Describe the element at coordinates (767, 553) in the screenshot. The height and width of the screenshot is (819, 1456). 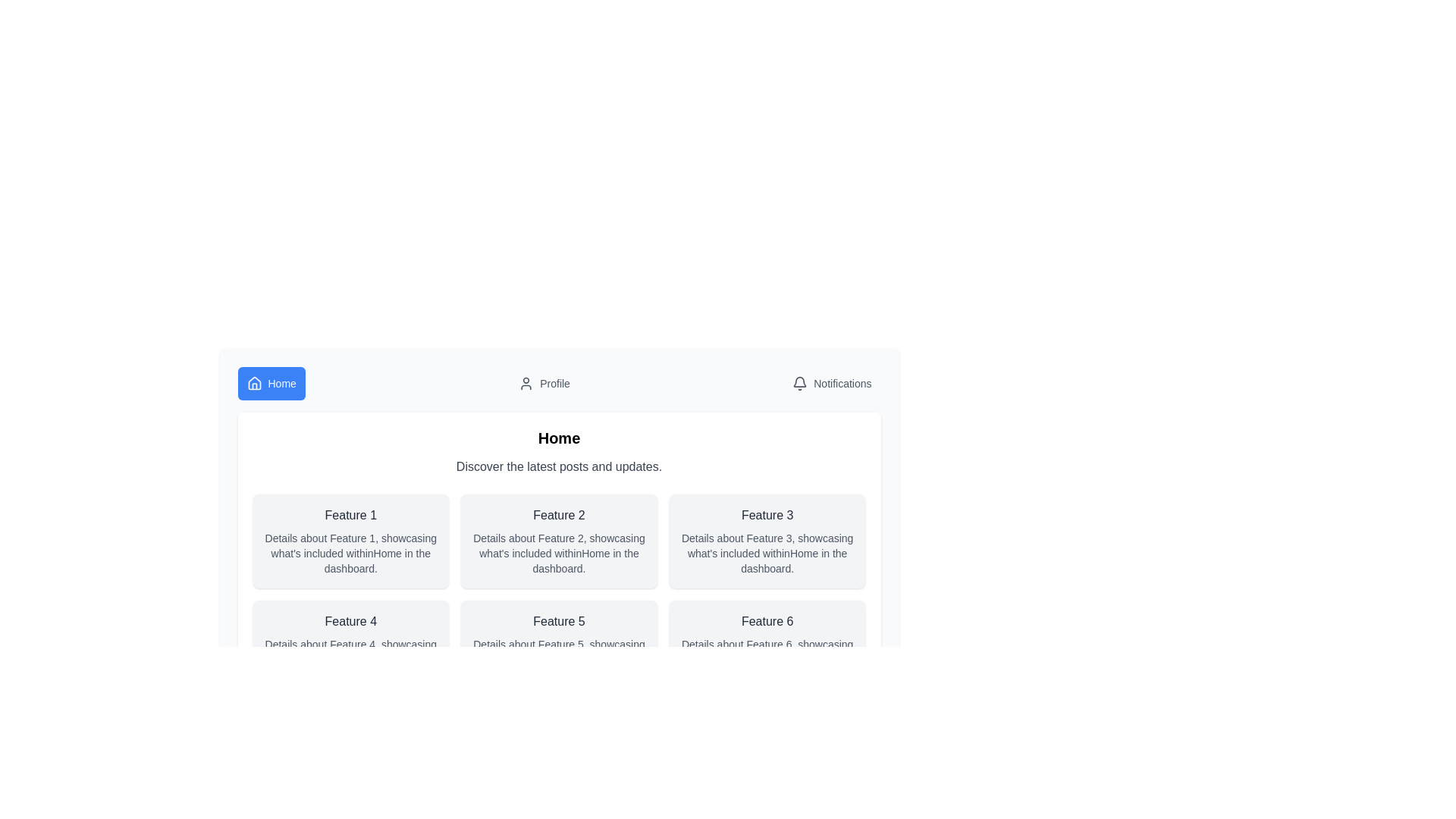
I see `descriptive text providing additional information about 'Feature 3' located in the third feature card of the grid` at that location.